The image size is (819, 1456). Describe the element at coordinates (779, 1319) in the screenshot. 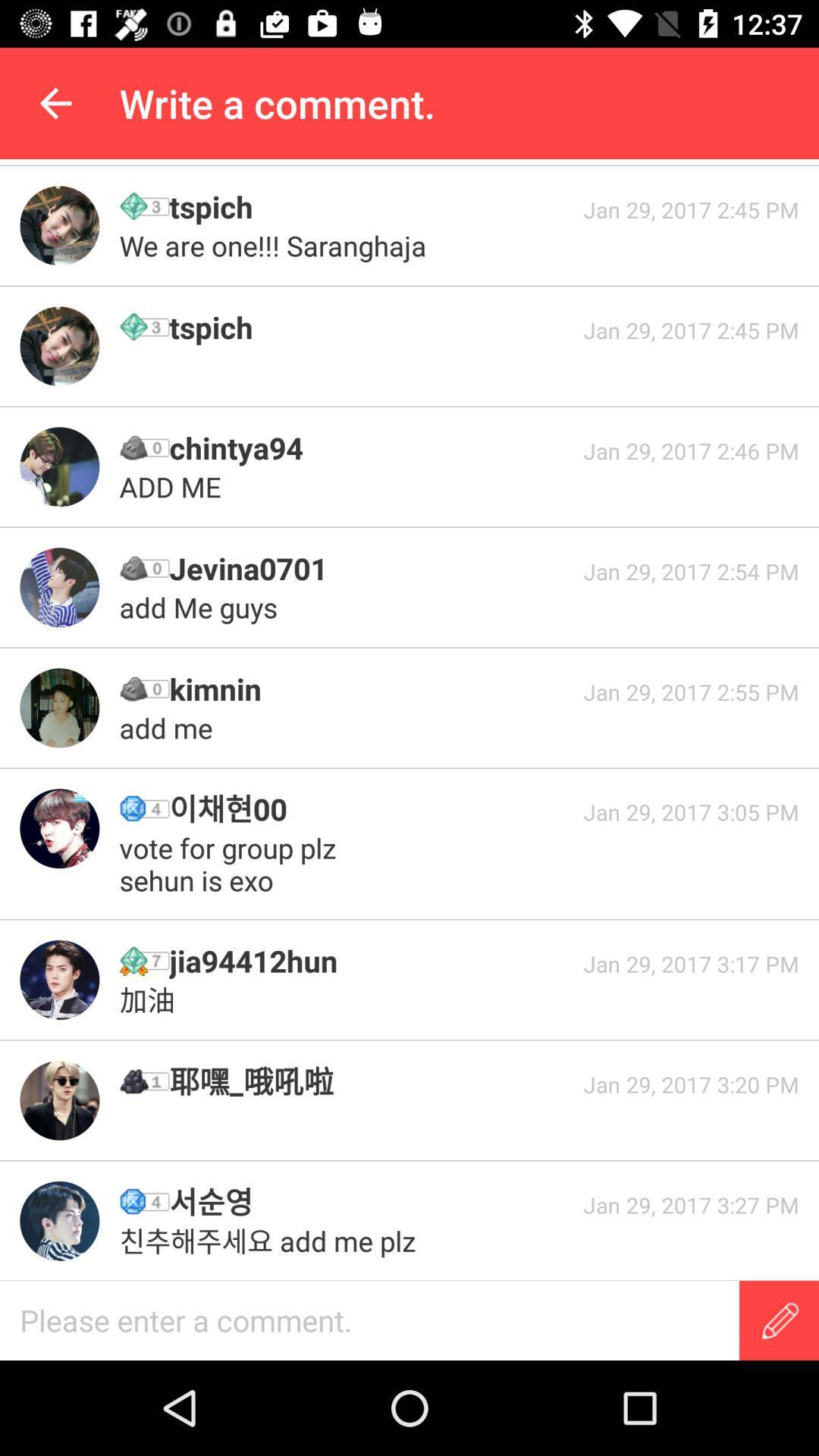

I see `write a message` at that location.